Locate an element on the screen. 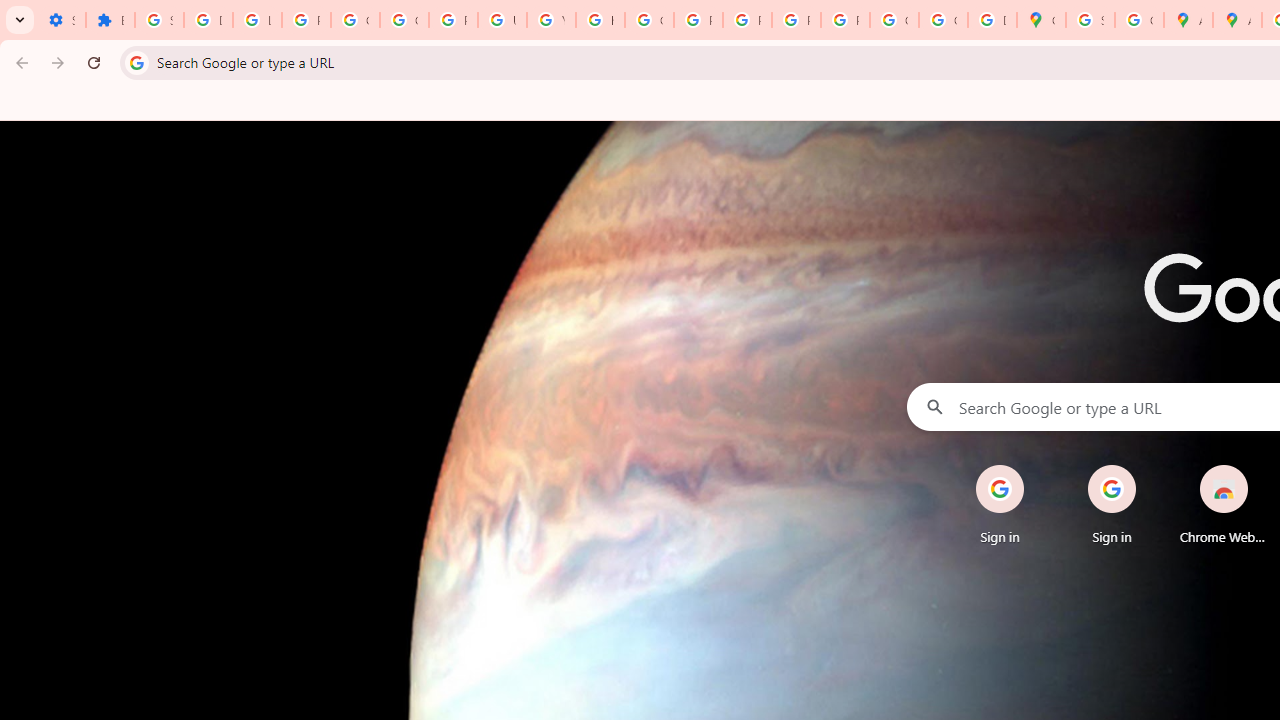  'Delete photos & videos - Computer - Google Photos Help' is located at coordinates (208, 20).